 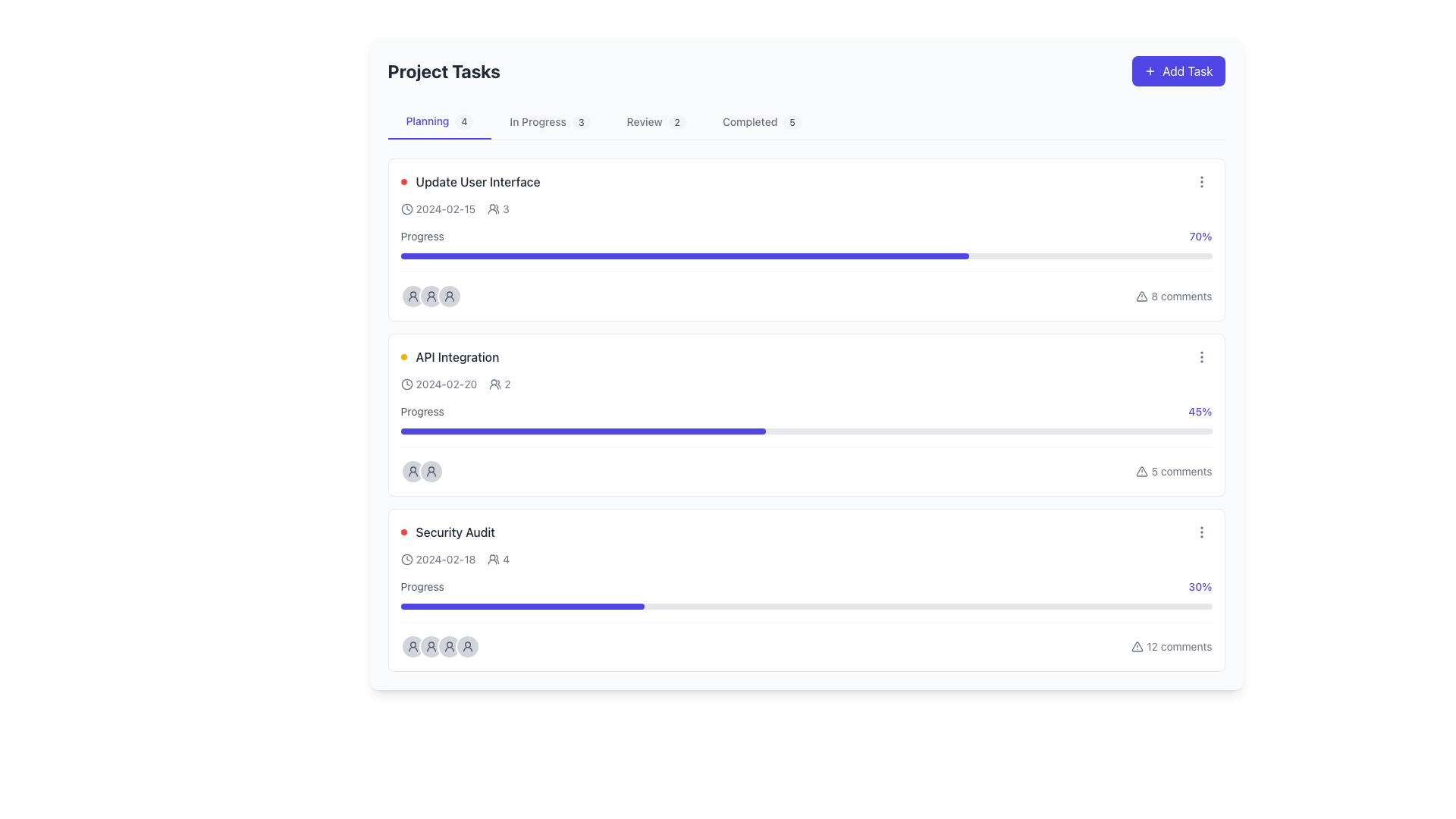 What do you see at coordinates (406, 383) in the screenshot?
I see `SVG clock icon located within the second task card labeled 'API Integration', positioned to the left of the date text '2024-02-20'` at bounding box center [406, 383].